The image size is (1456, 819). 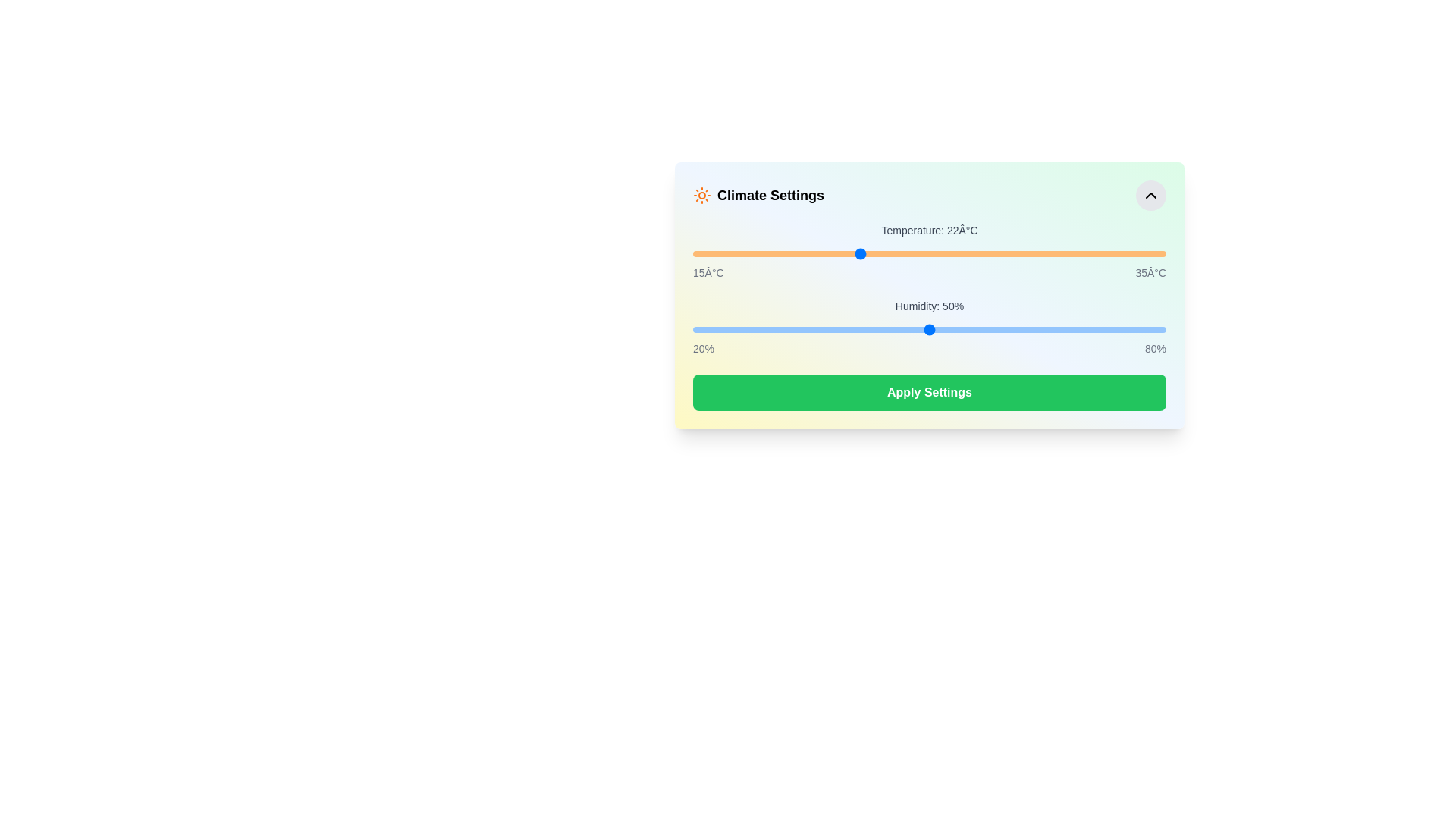 What do you see at coordinates (928, 271) in the screenshot?
I see `the text label that indicates the minimum and maximum values of the temperature range slider, located directly beneath the orange slider bar labeled 'Temperature: 22°C'` at bounding box center [928, 271].